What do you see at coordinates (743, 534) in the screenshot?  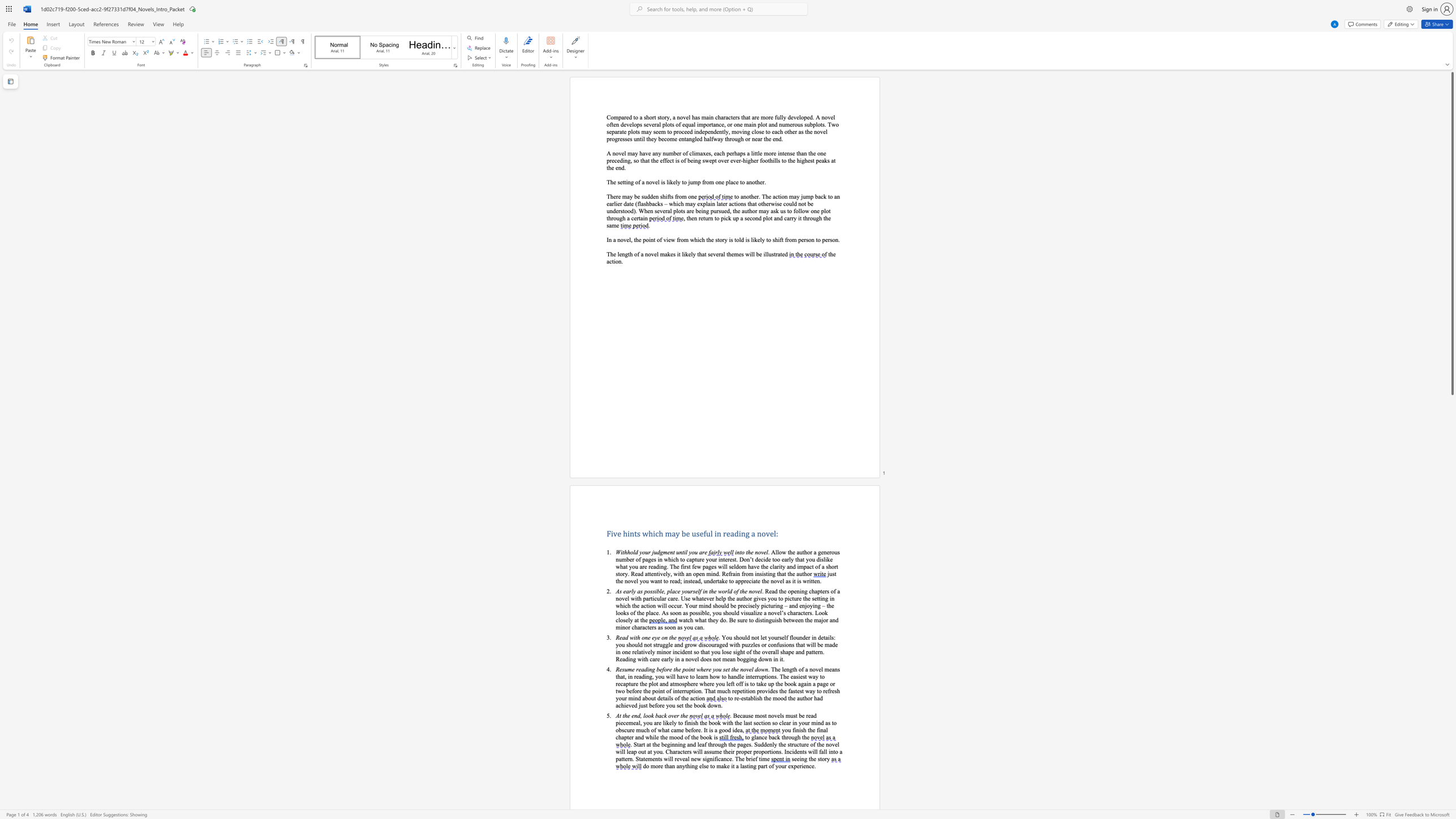 I see `the 3th character "n" in the text` at bounding box center [743, 534].